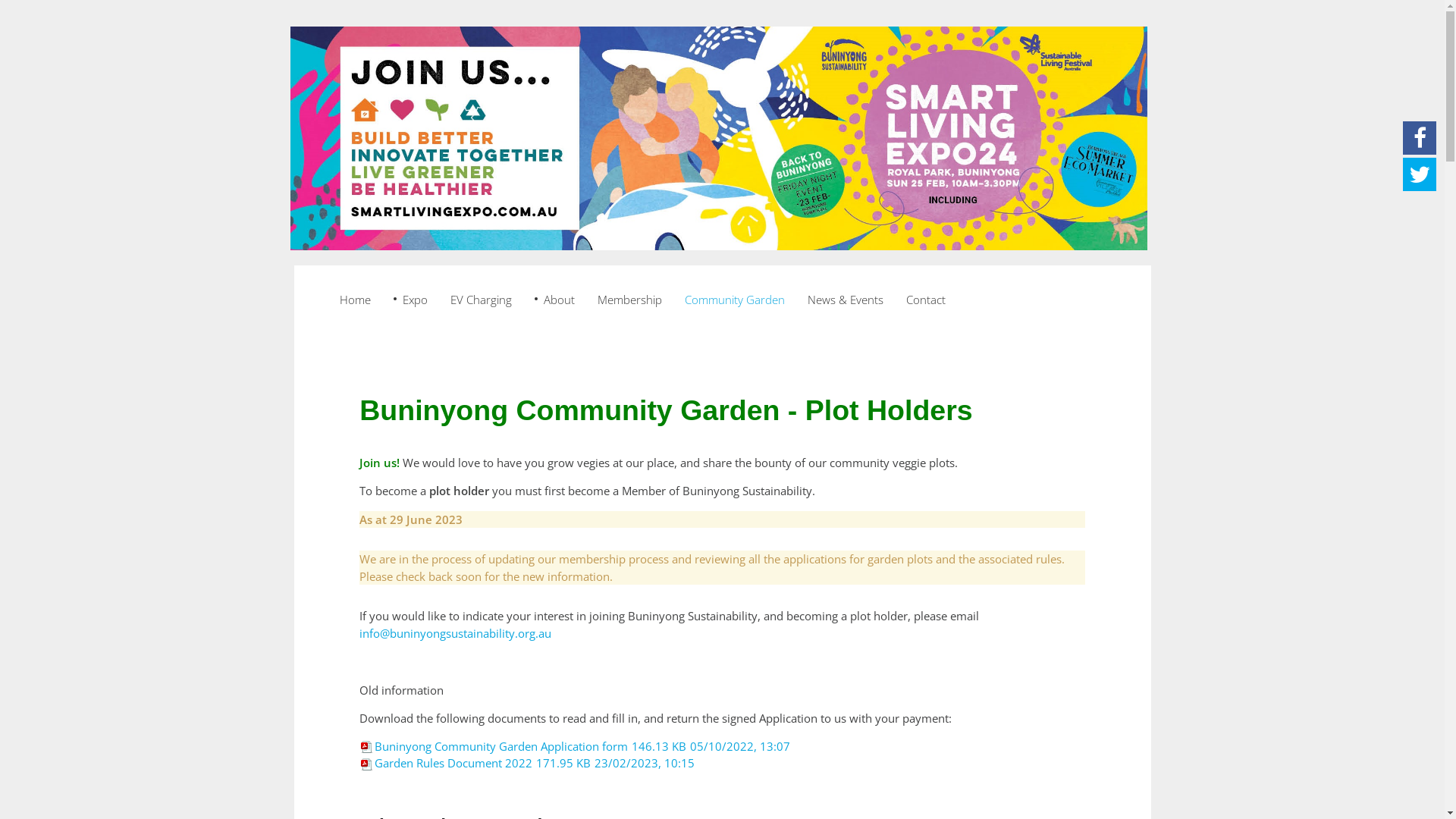 The height and width of the screenshot is (819, 1456). Describe the element at coordinates (410, 299) in the screenshot. I see `'Expo'` at that location.